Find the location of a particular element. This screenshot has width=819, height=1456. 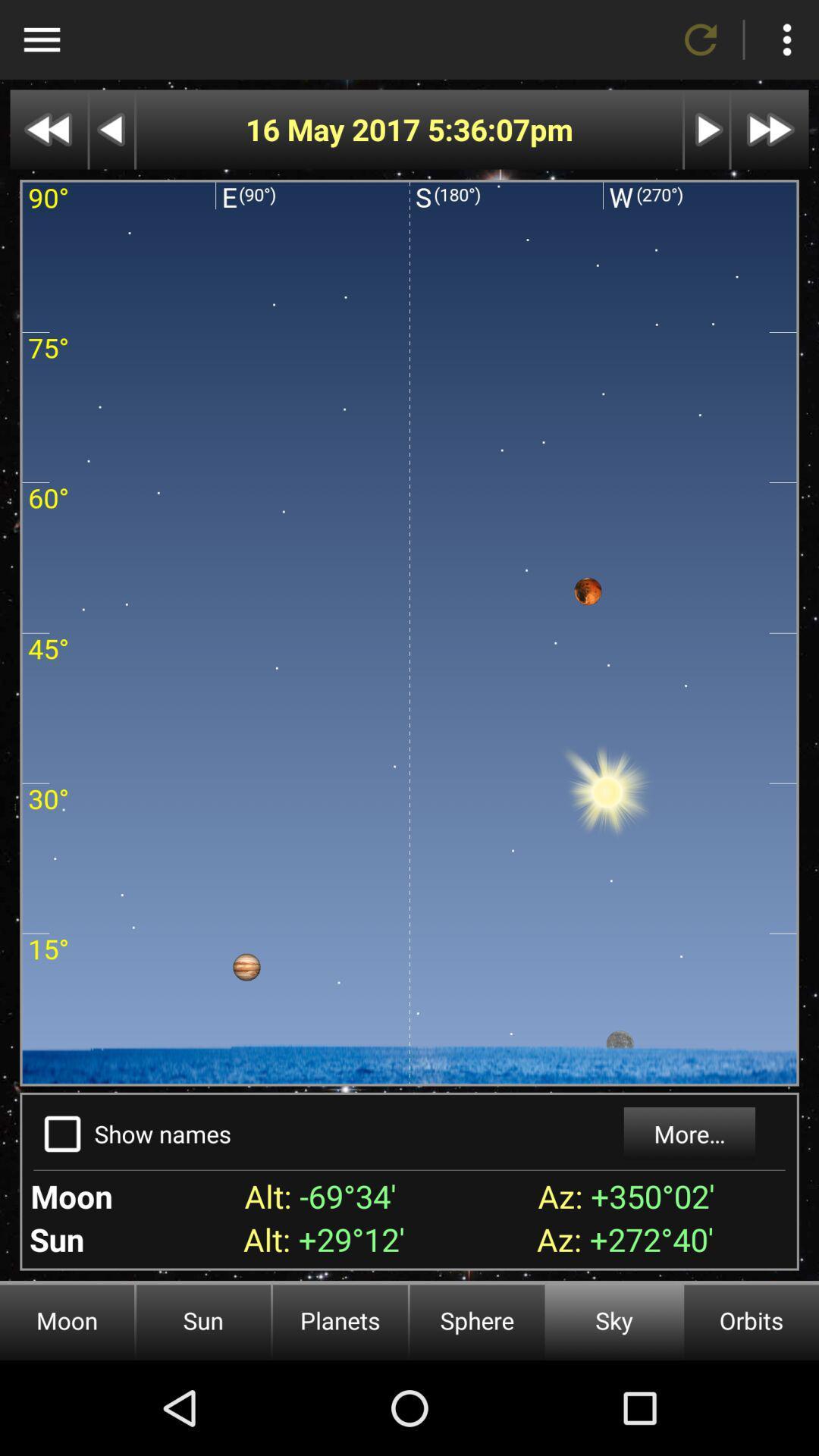

open more actions is located at coordinates (786, 39).